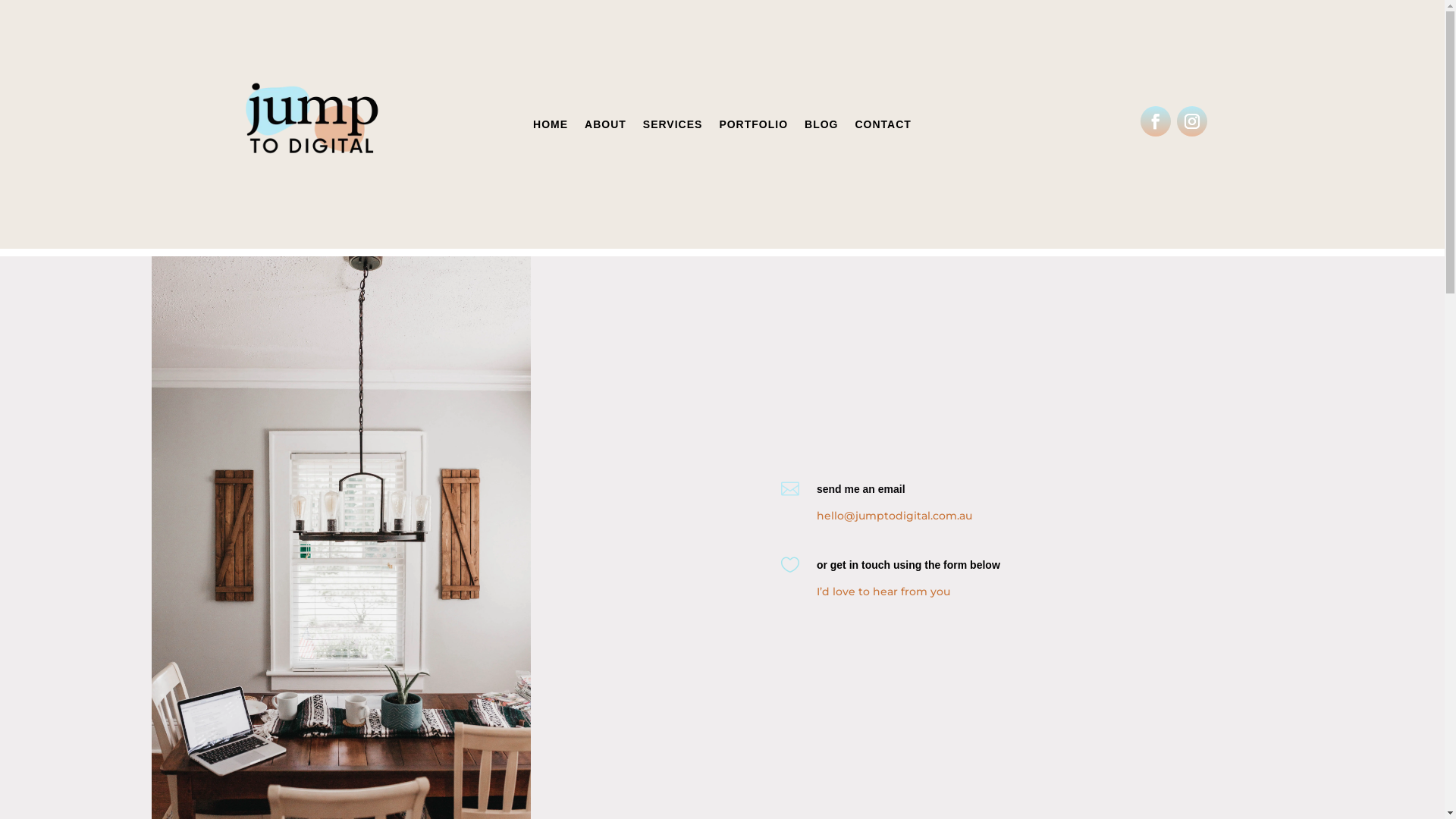 The height and width of the screenshot is (819, 1456). Describe the element at coordinates (883, 127) in the screenshot. I see `'CONTACT'` at that location.